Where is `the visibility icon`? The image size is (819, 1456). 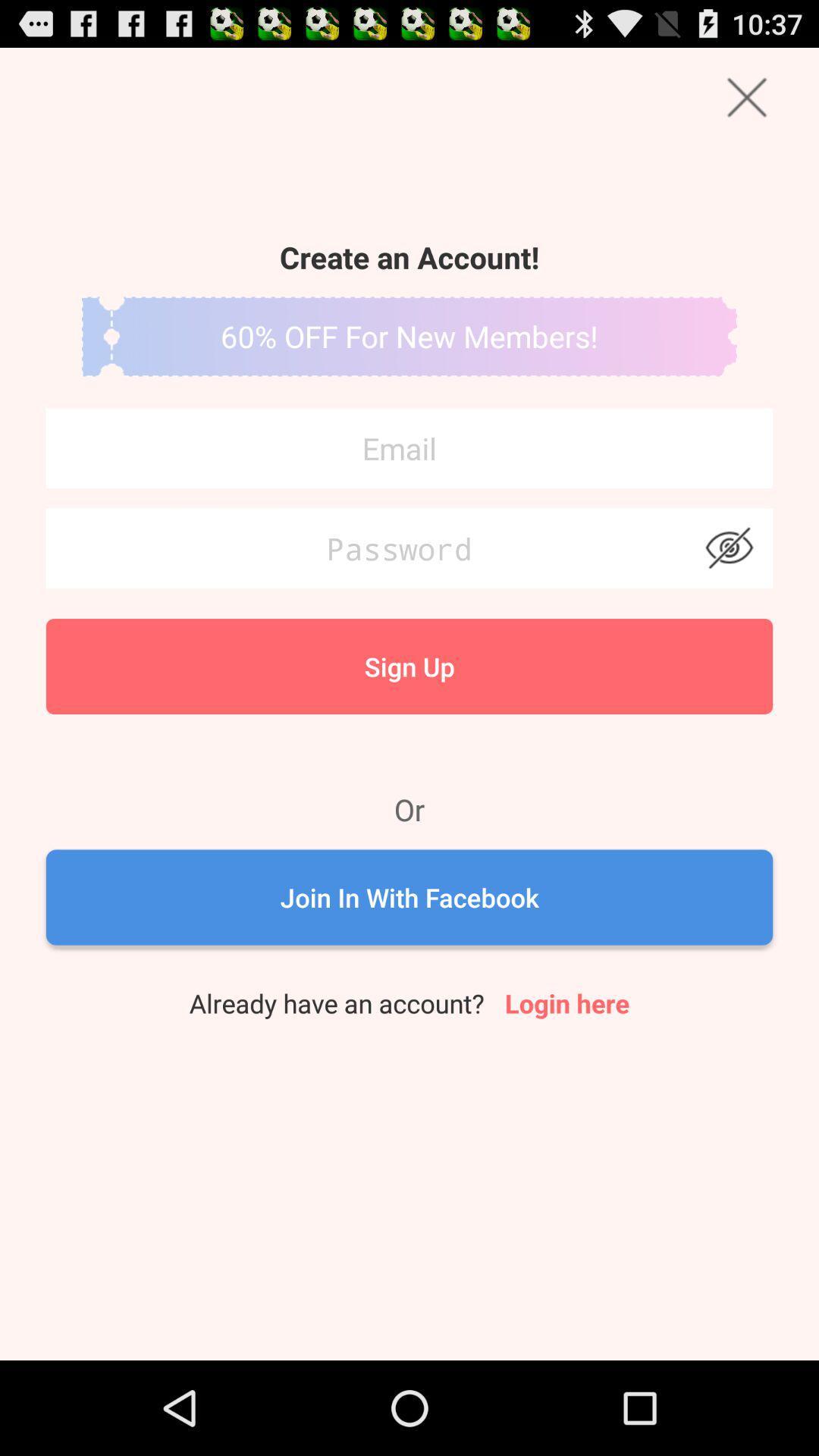 the visibility icon is located at coordinates (728, 586).